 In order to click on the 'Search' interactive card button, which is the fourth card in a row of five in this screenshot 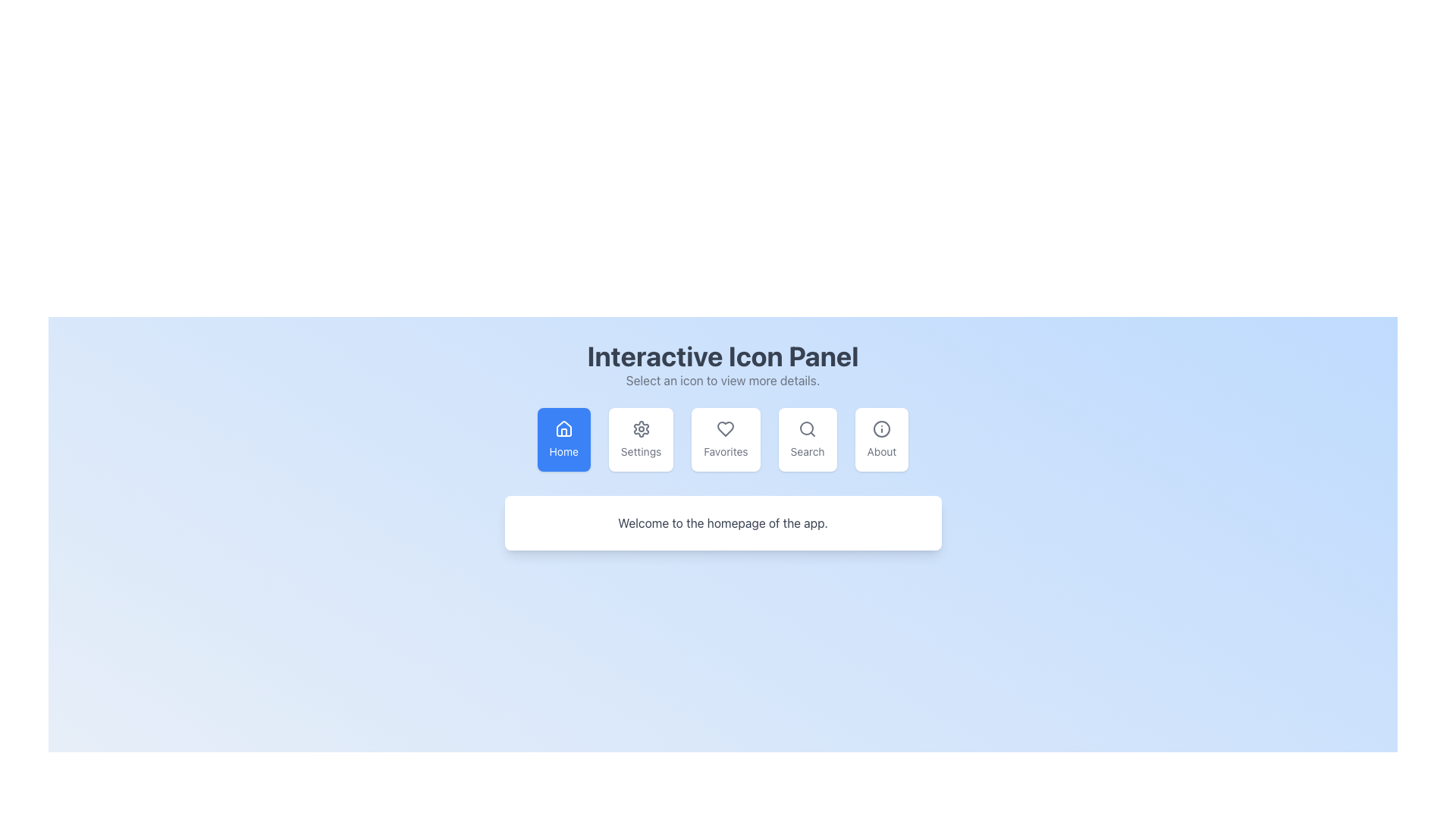, I will do `click(807, 439)`.